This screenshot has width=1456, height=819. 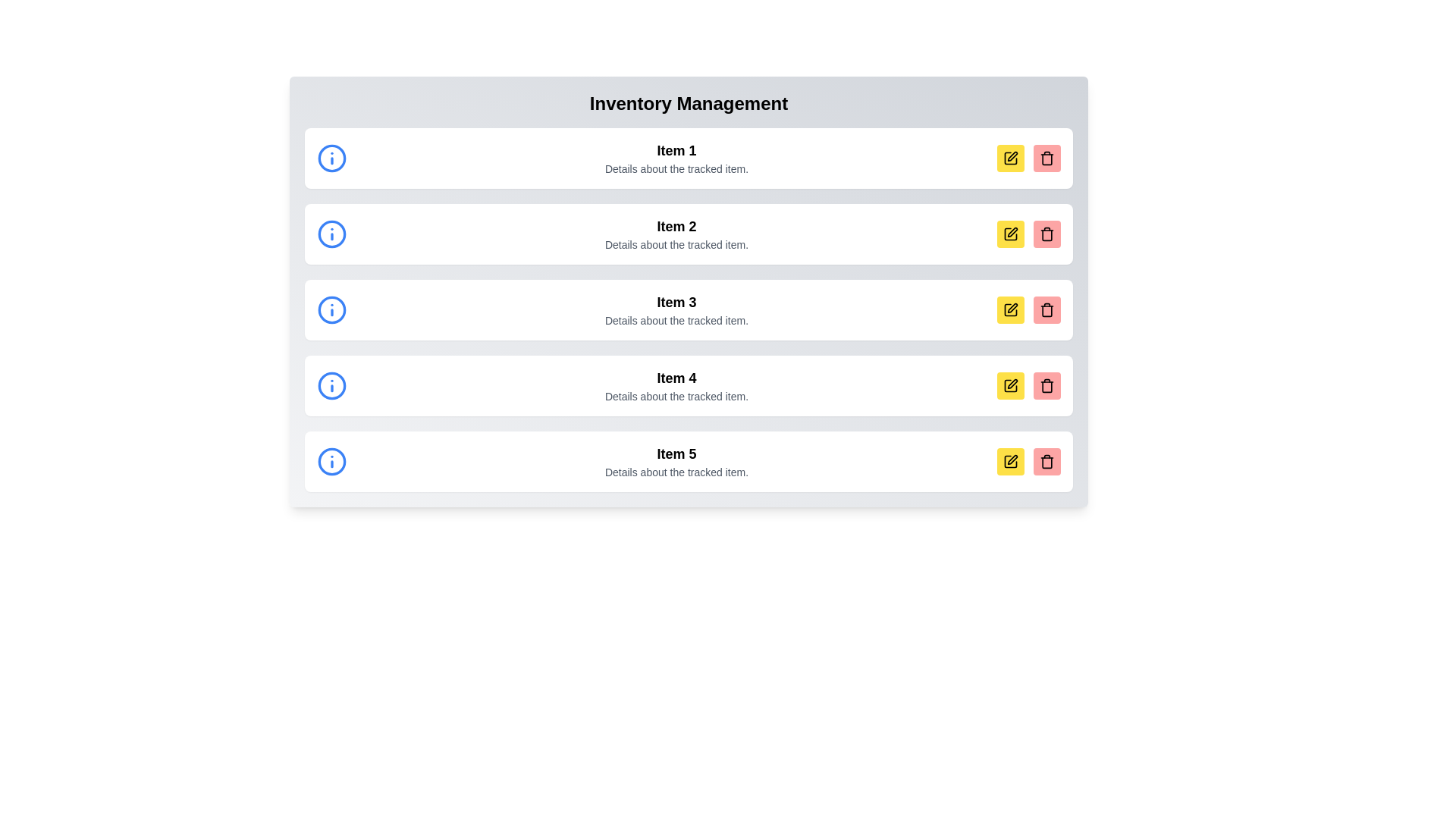 I want to click on the text label that provides supplementary detail for 'Item 4', located in the fourth row beneath the title, so click(x=676, y=396).